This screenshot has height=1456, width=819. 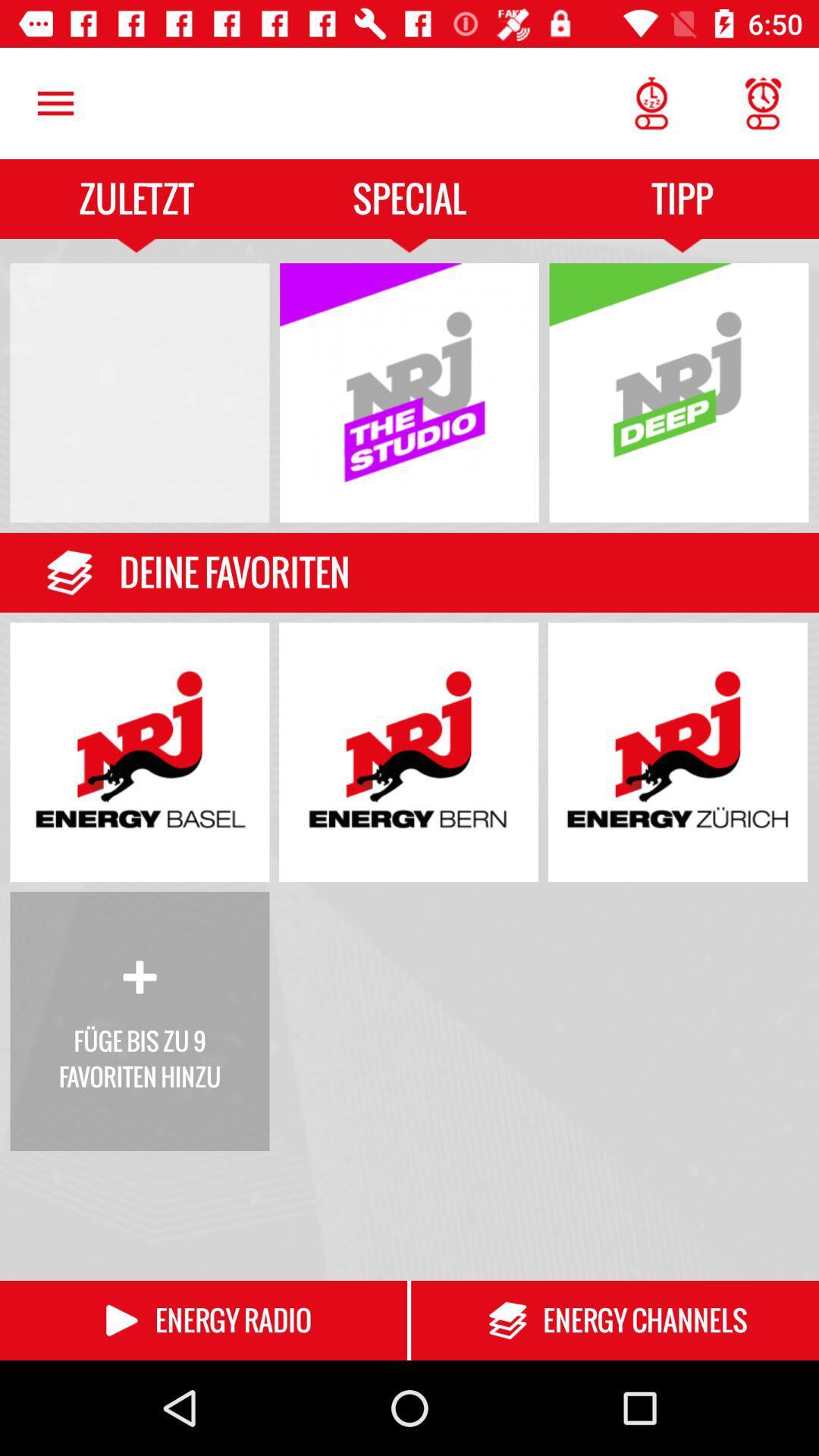 I want to click on the item to the left of the special, so click(x=55, y=102).